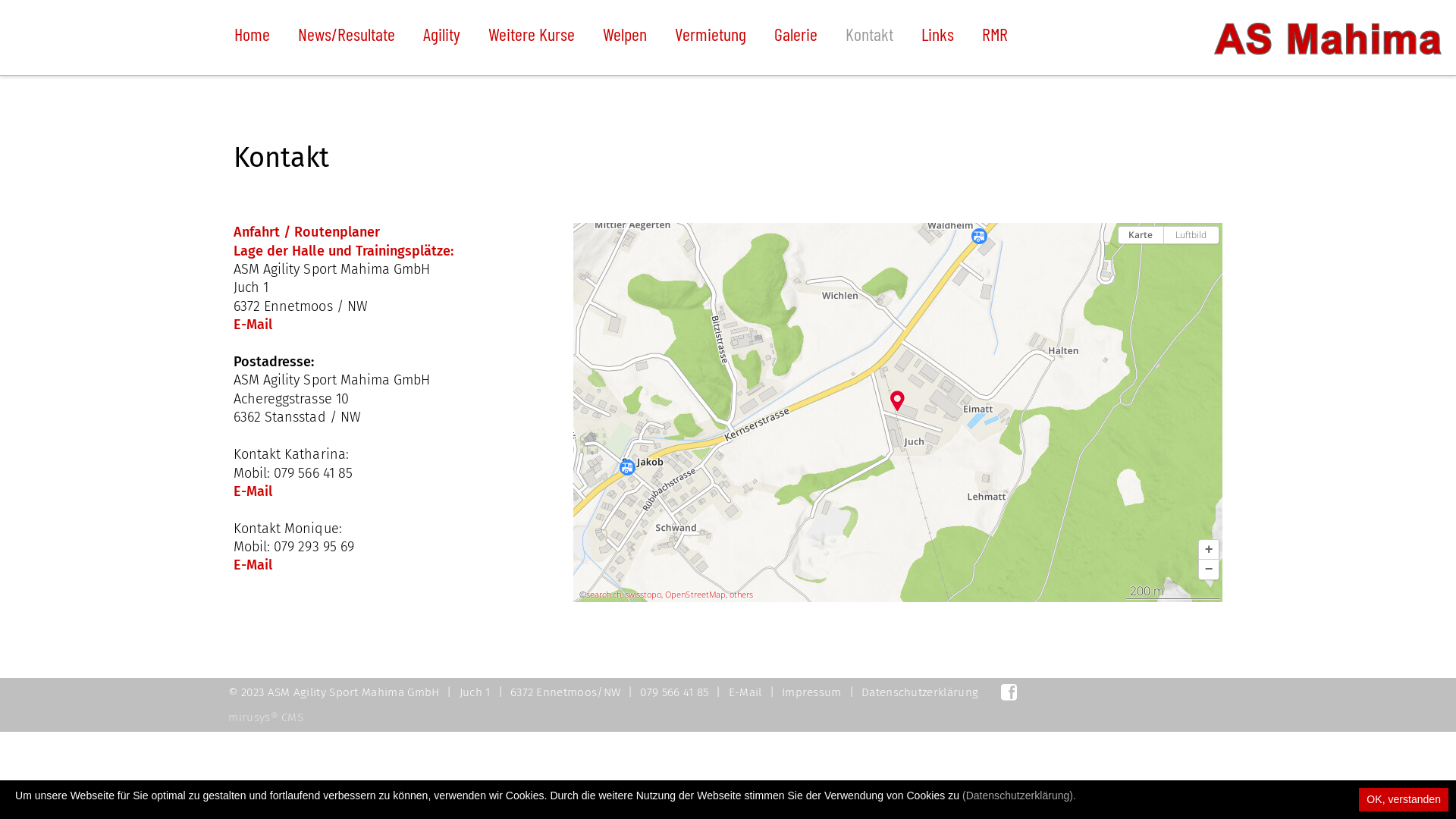 The image size is (1456, 819). I want to click on 'Luftbild', so click(1163, 234).